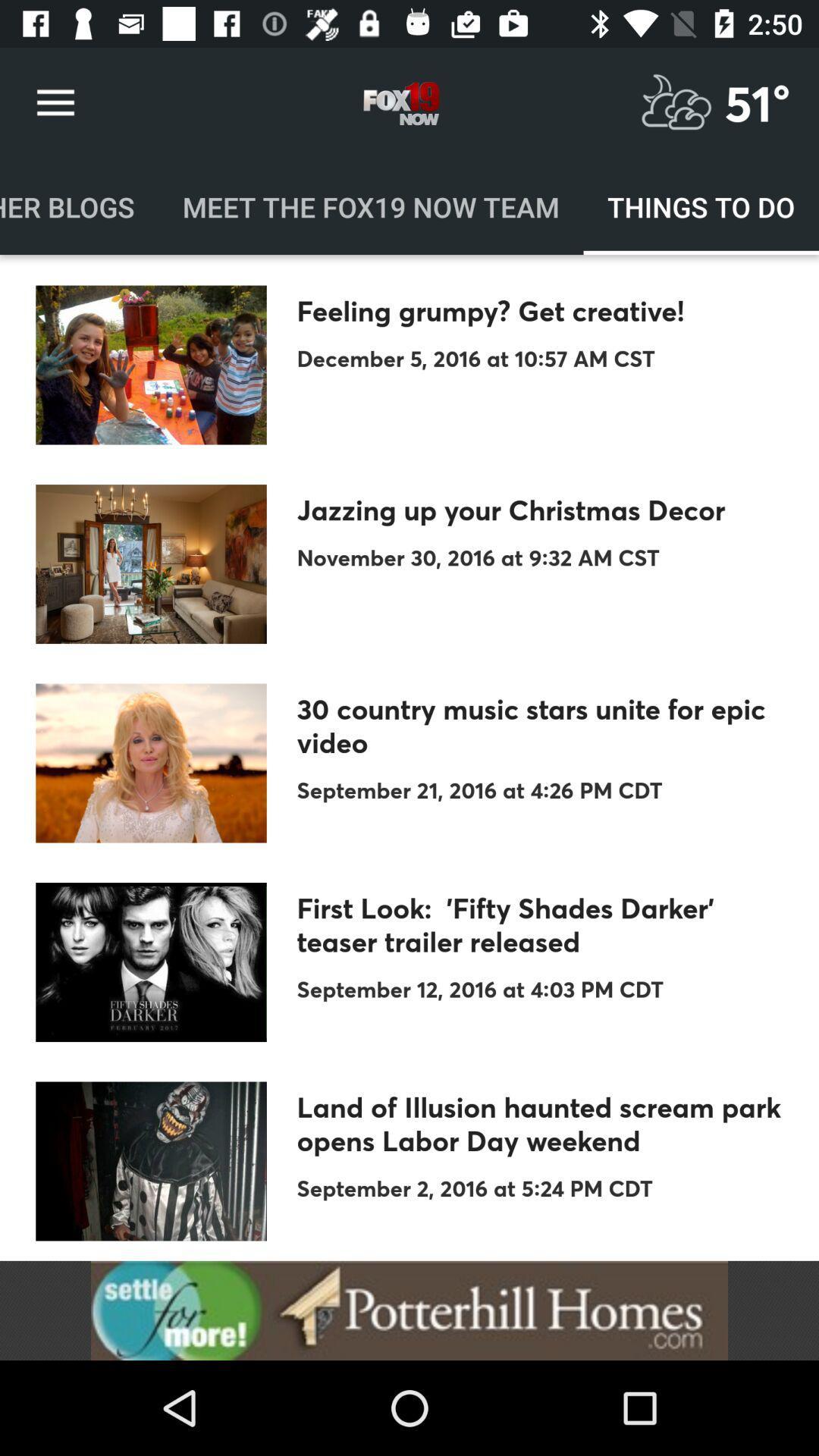  I want to click on for adverisment, so click(409, 1310).